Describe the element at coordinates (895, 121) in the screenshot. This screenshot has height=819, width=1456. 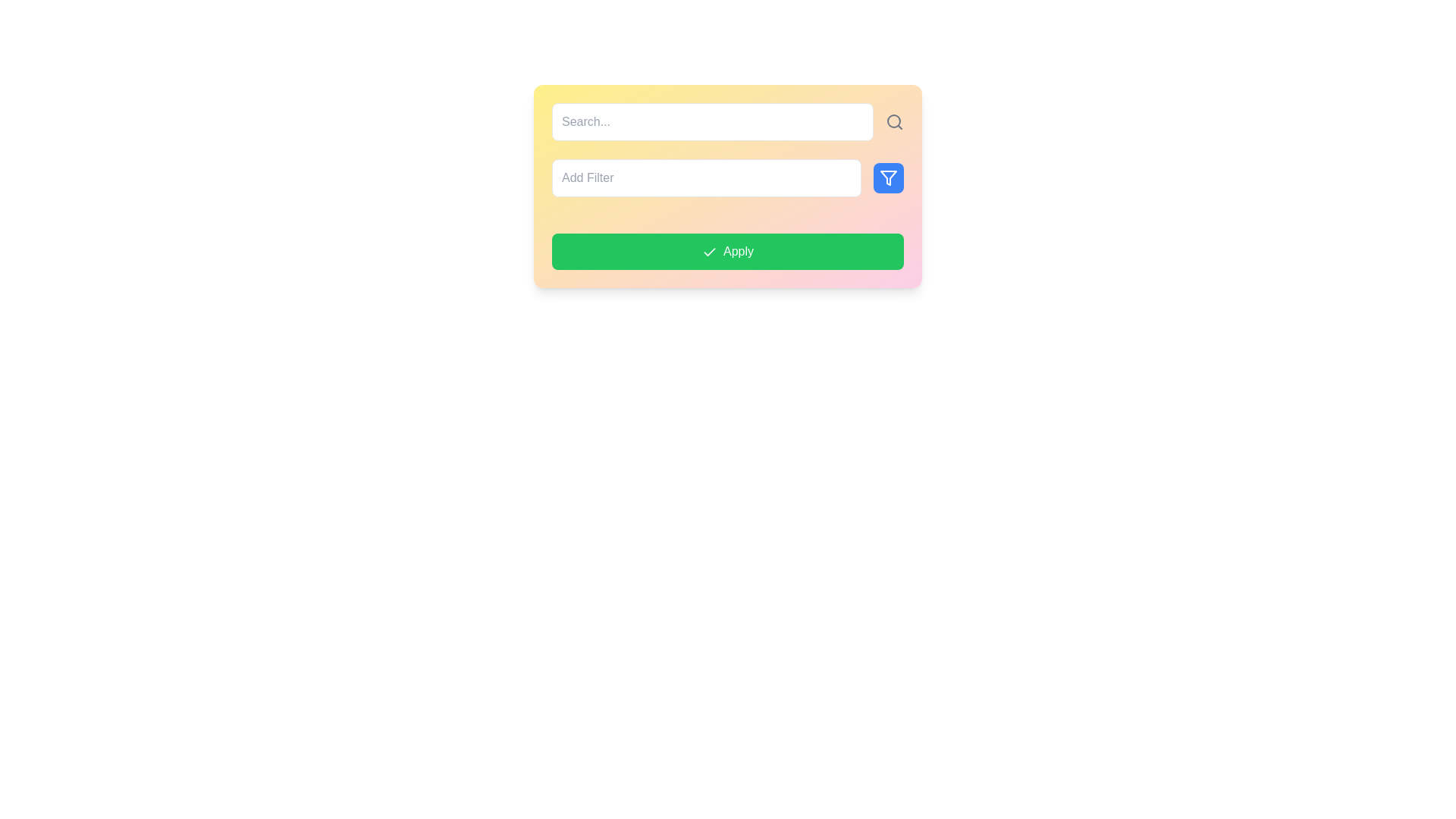
I see `the search icon located to the right of the search input field with a placeholder of 'Search...'` at that location.